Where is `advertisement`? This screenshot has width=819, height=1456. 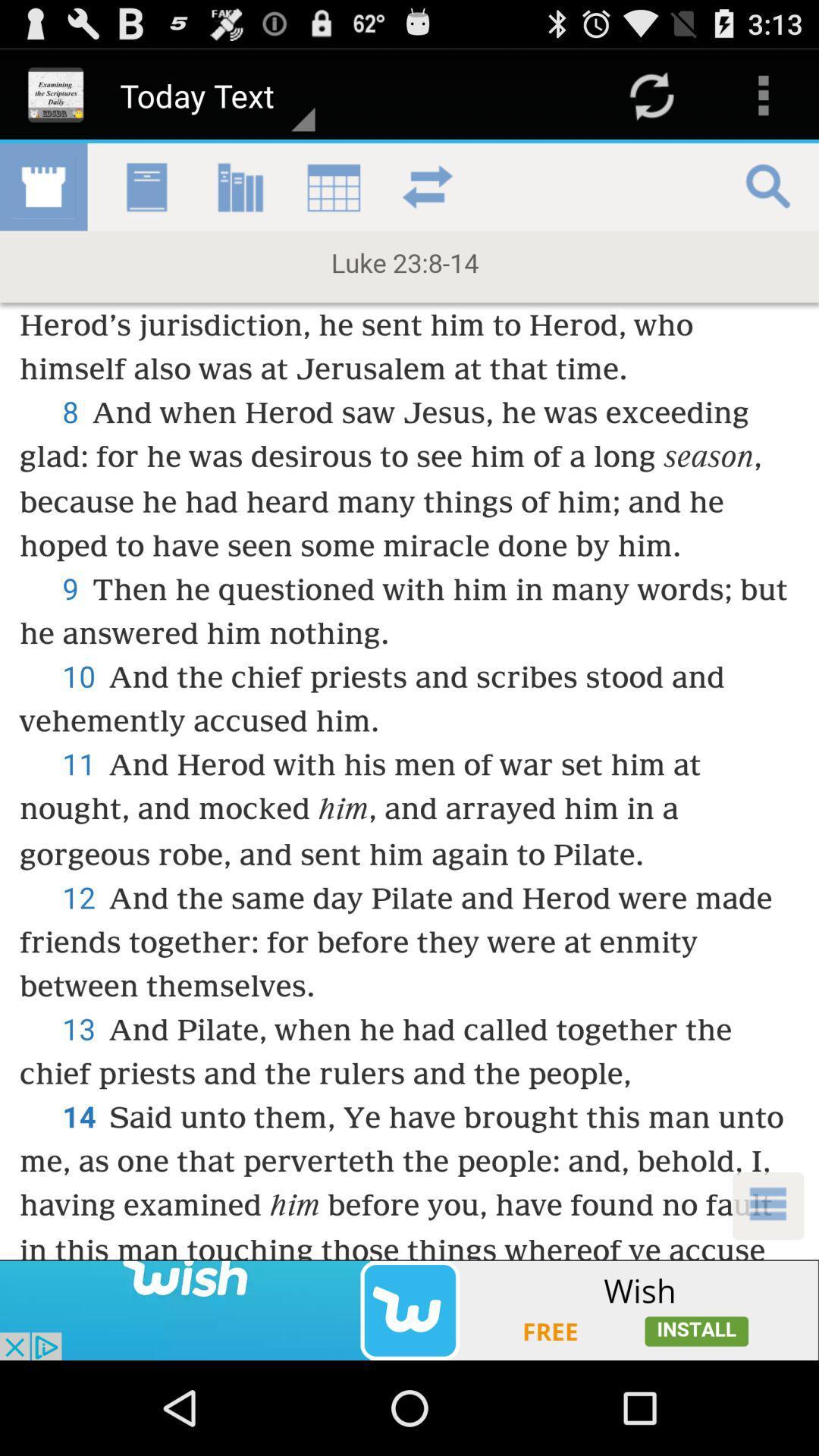
advertisement is located at coordinates (409, 1310).